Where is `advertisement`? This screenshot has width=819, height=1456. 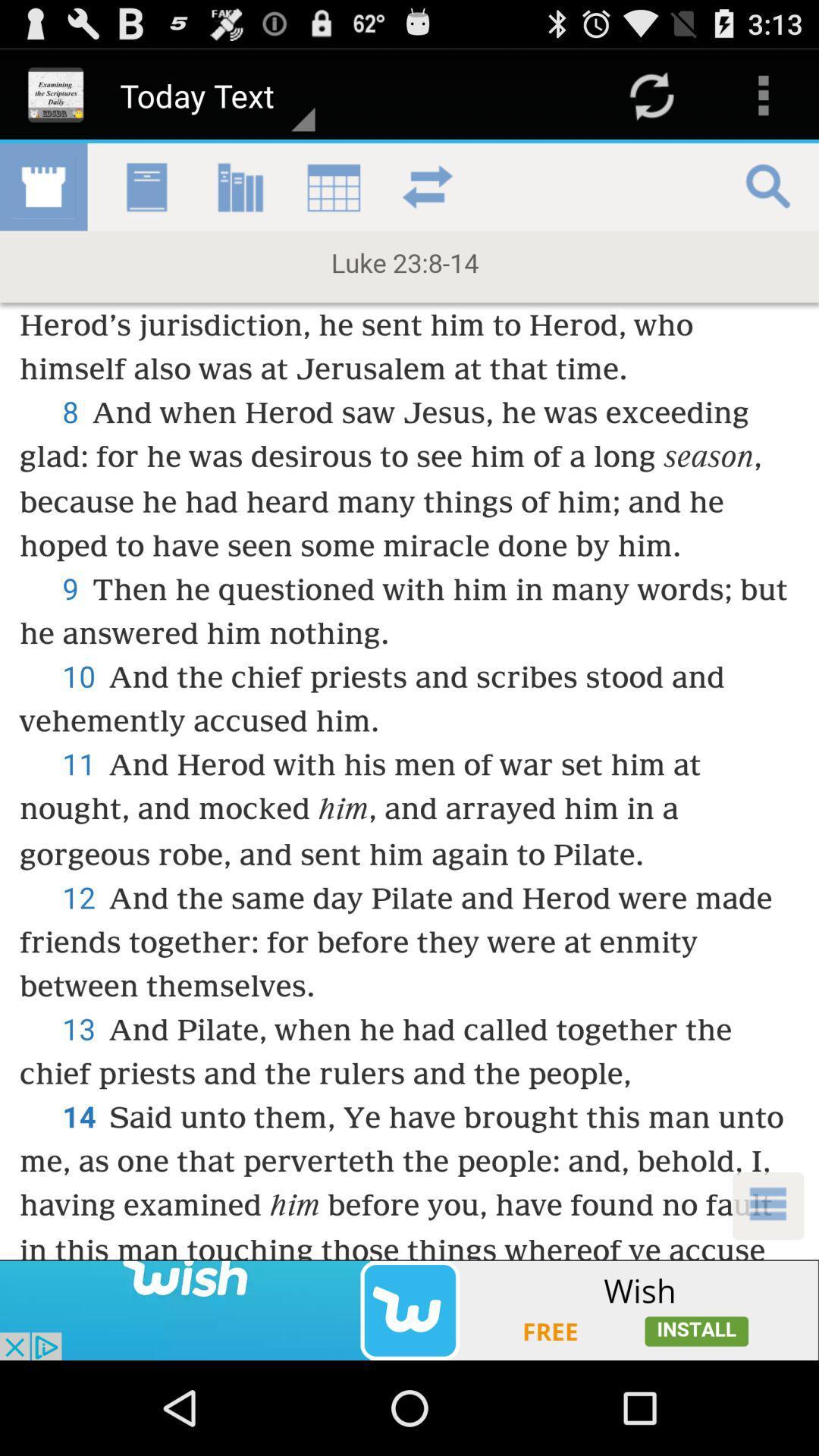
advertisement is located at coordinates (409, 1310).